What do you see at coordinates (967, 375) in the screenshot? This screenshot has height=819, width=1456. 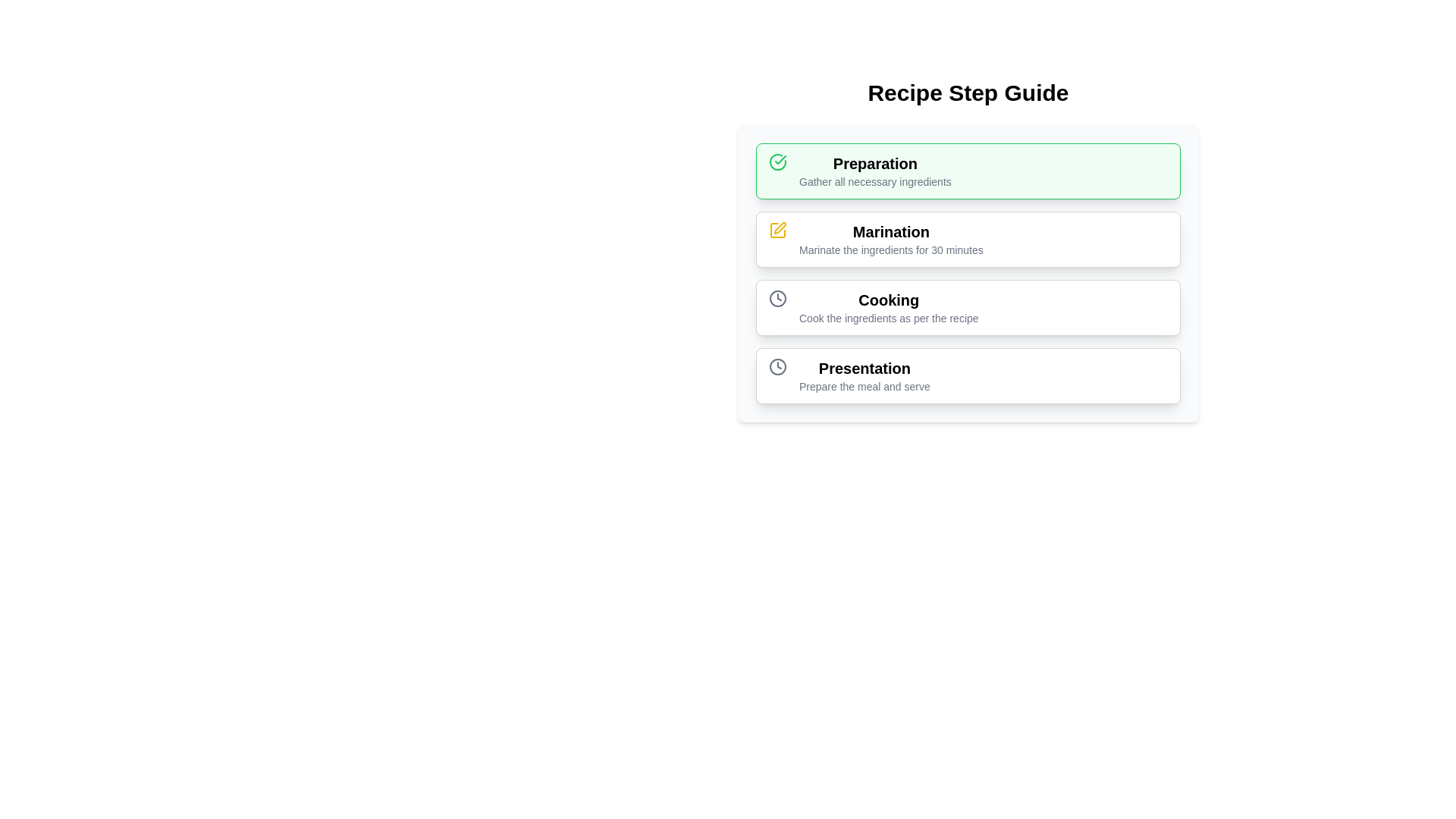 I see `the fourth Informational Card that displays the step description for 'Presentation' in the recipe guide` at bounding box center [967, 375].